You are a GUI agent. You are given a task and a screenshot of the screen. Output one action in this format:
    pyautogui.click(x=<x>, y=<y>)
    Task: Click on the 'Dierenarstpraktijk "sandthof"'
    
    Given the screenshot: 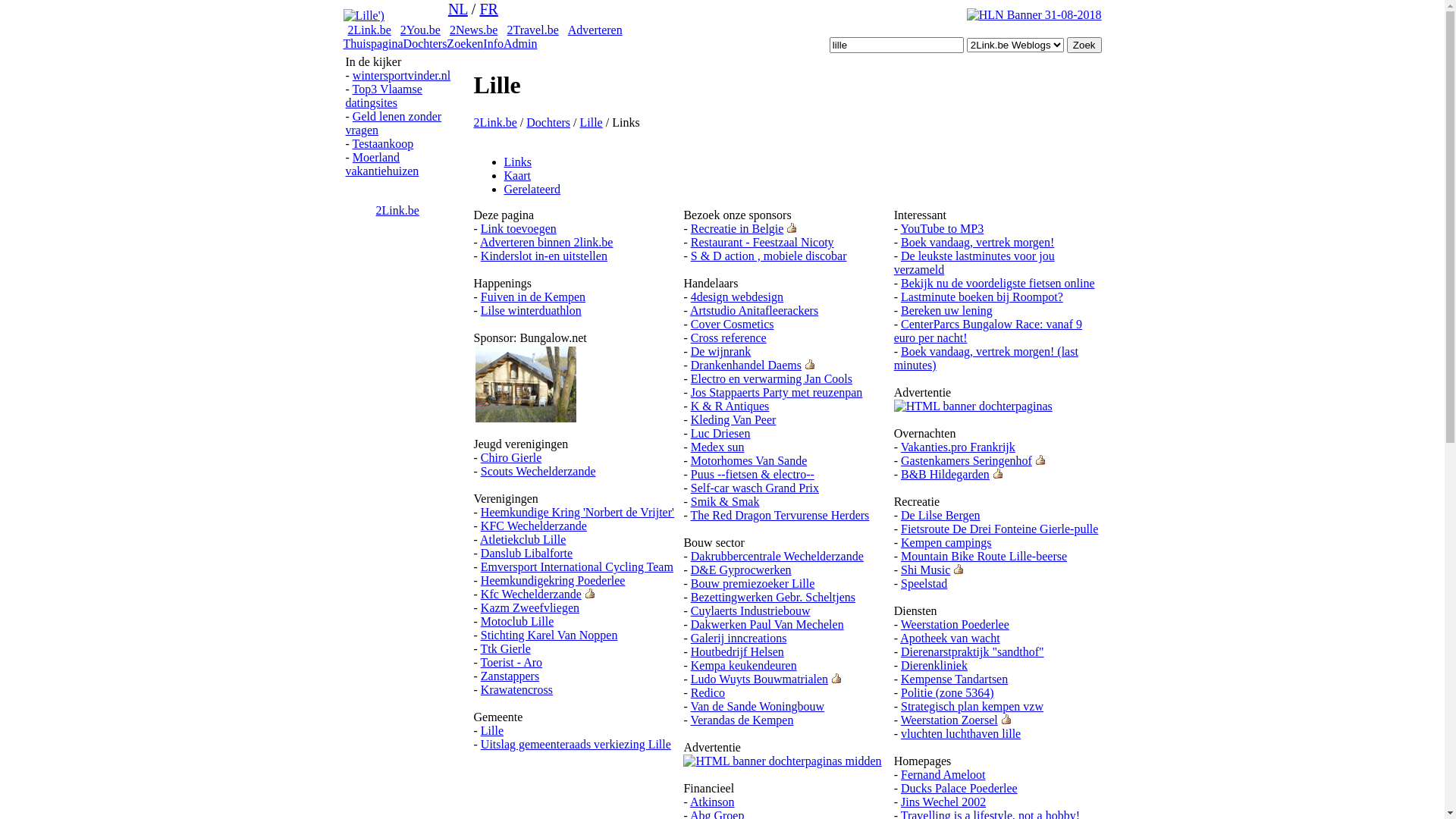 What is the action you would take?
    pyautogui.click(x=972, y=651)
    